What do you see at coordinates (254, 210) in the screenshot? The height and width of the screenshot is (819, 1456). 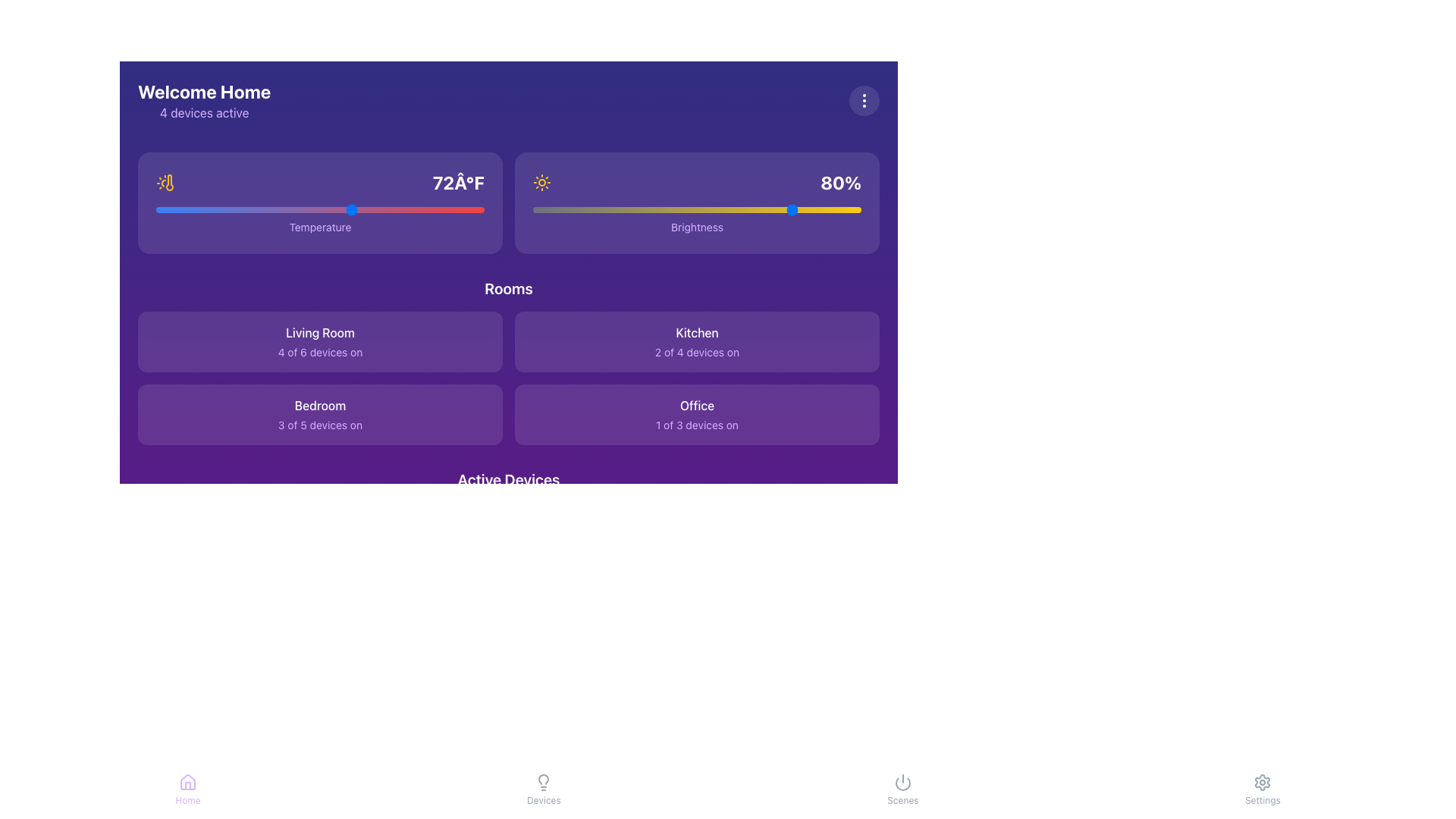 I see `the temperature` at bounding box center [254, 210].